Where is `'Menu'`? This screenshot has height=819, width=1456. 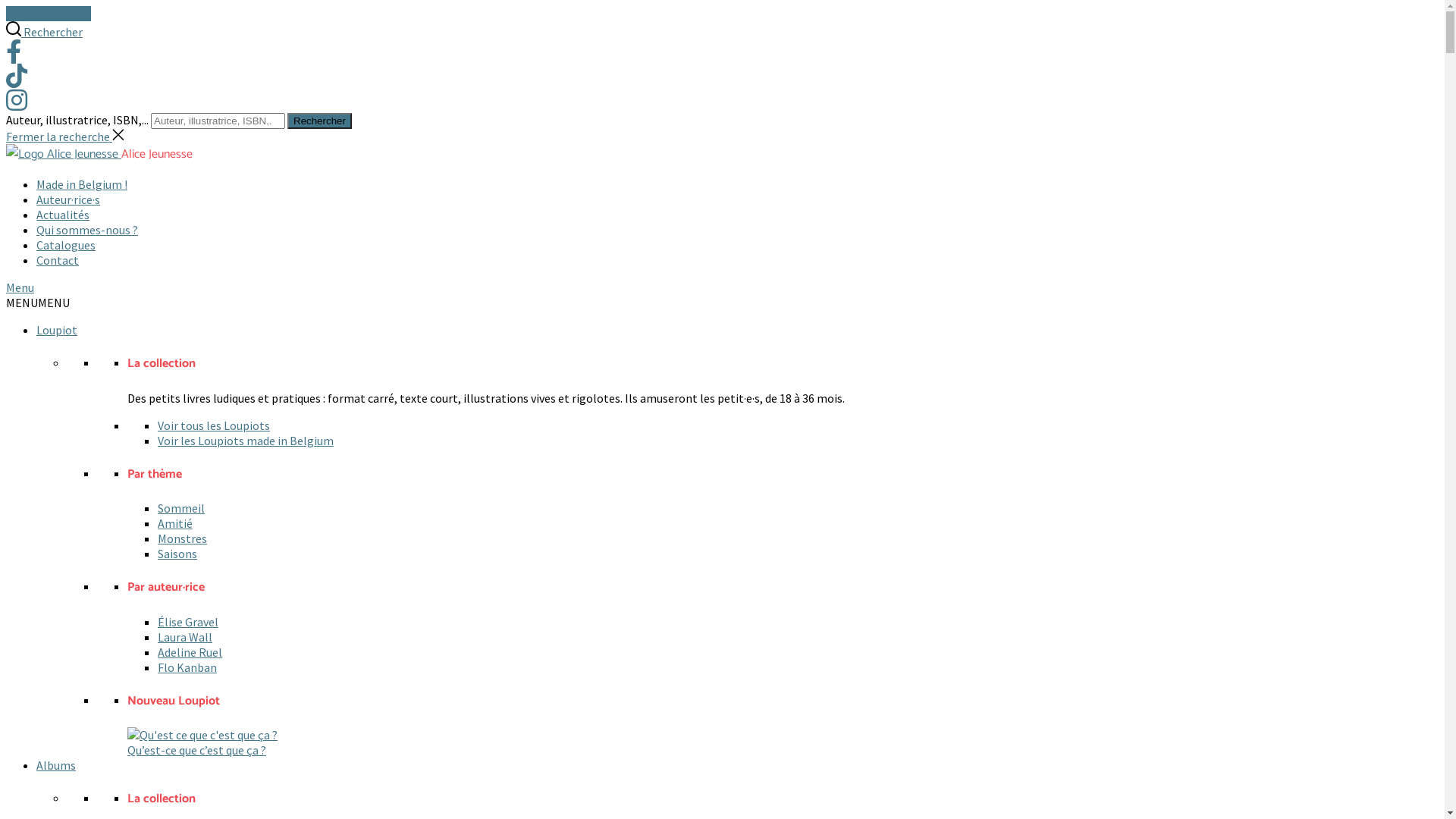 'Menu' is located at coordinates (721, 287).